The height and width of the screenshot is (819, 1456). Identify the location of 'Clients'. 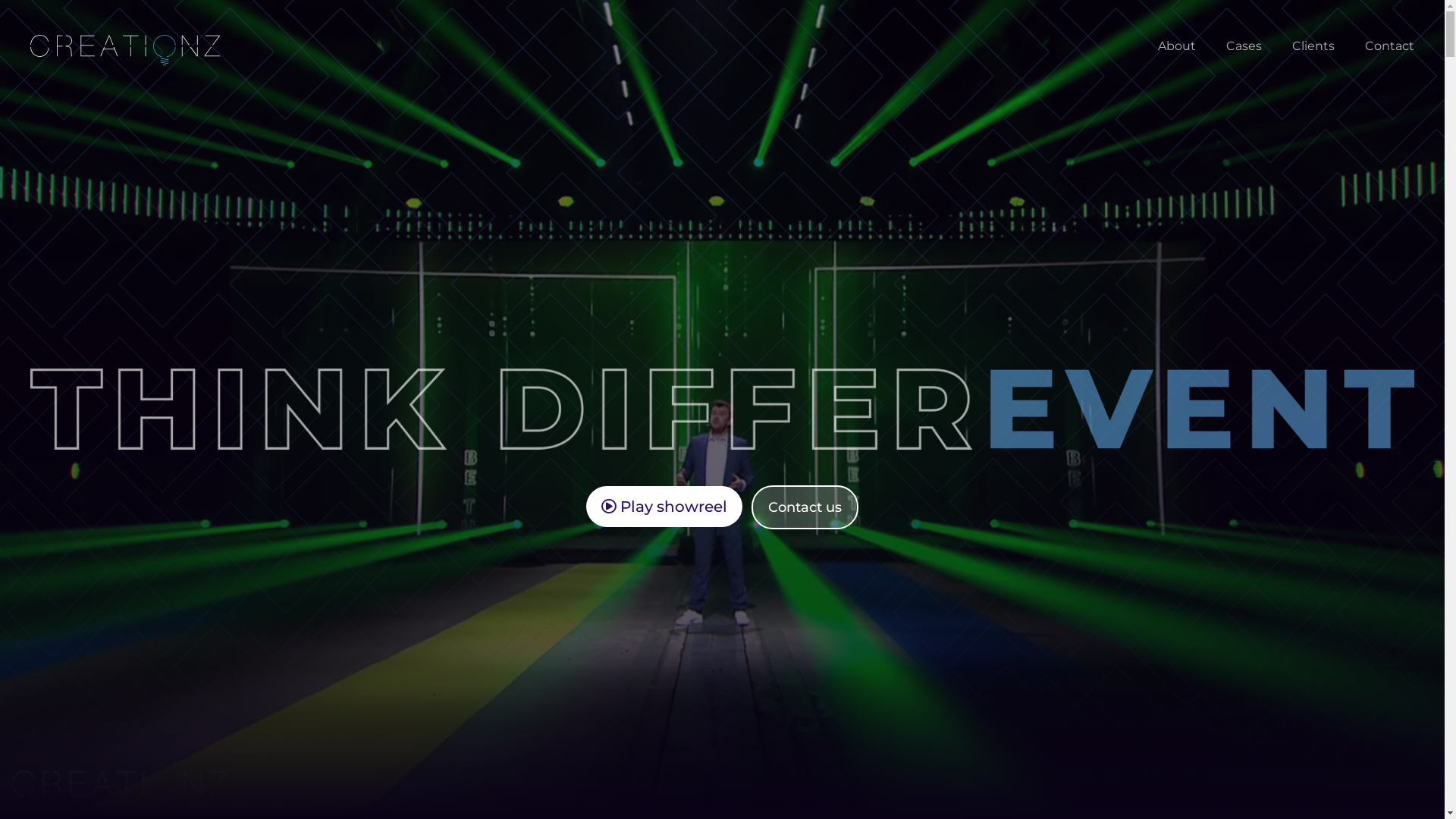
(1313, 45).